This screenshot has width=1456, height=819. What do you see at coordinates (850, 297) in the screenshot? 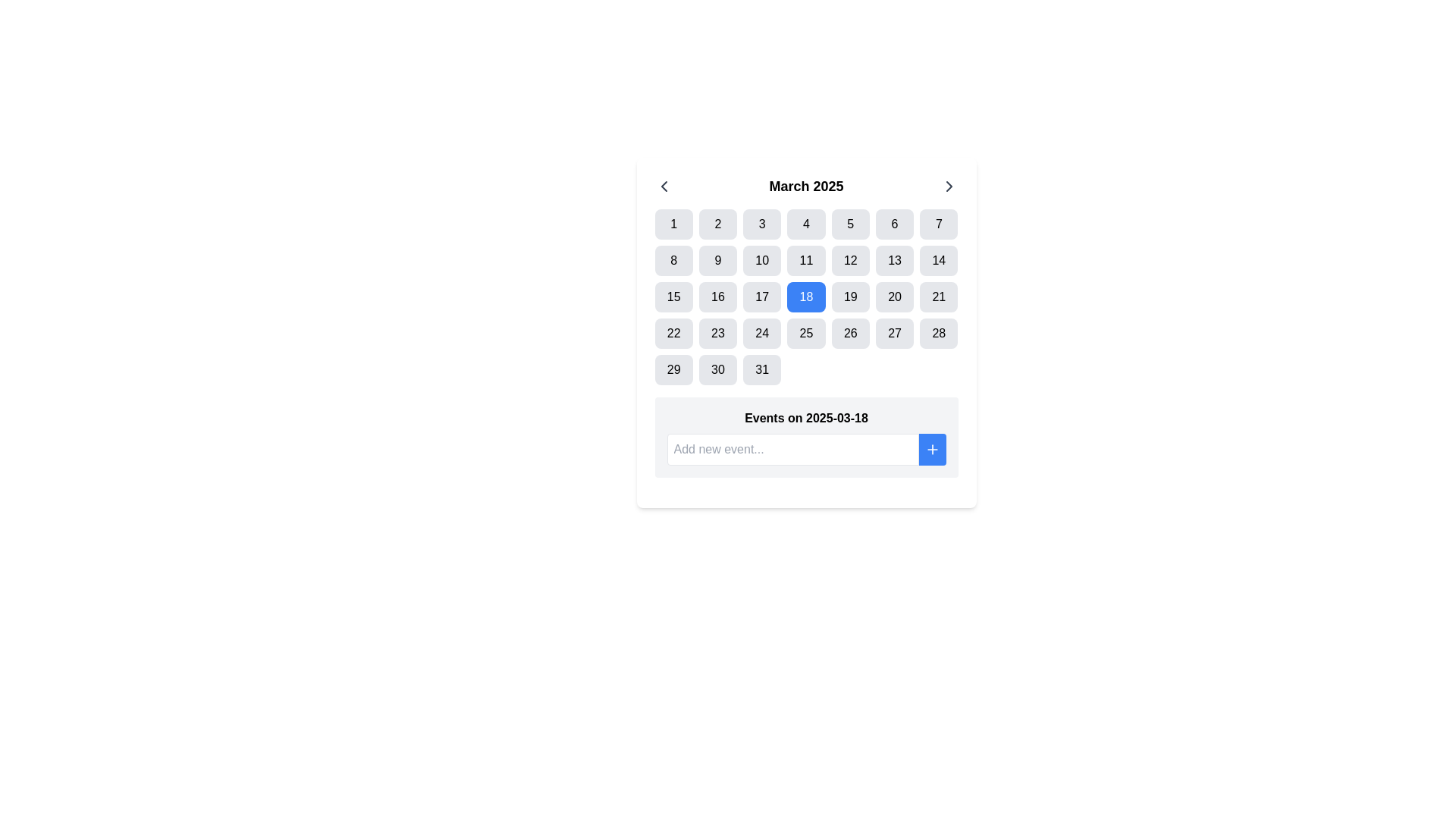
I see `the interactive button representing the date '19'` at bounding box center [850, 297].